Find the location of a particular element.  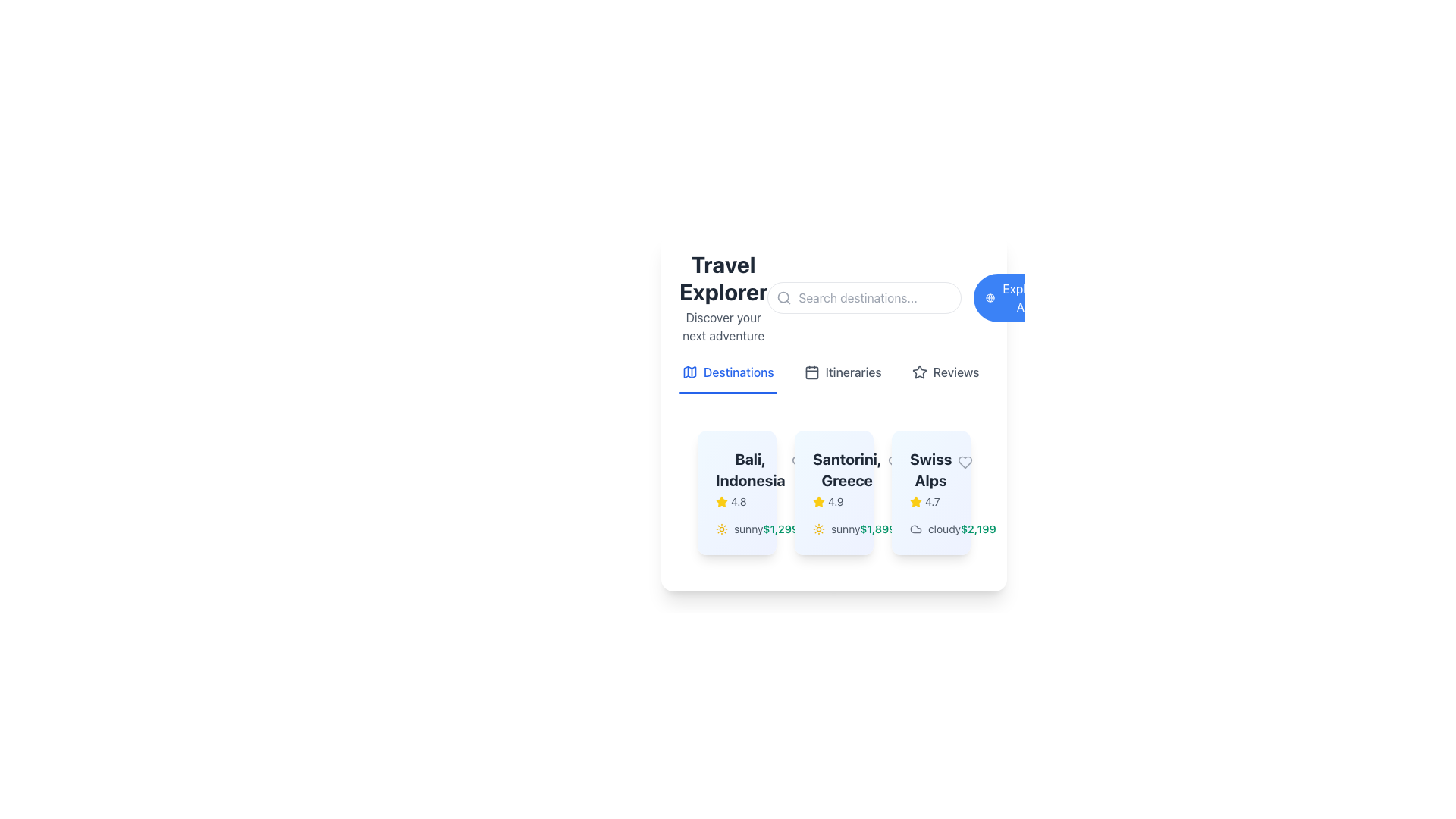

the 'Swiss Alps' rating element is located at coordinates (930, 479).